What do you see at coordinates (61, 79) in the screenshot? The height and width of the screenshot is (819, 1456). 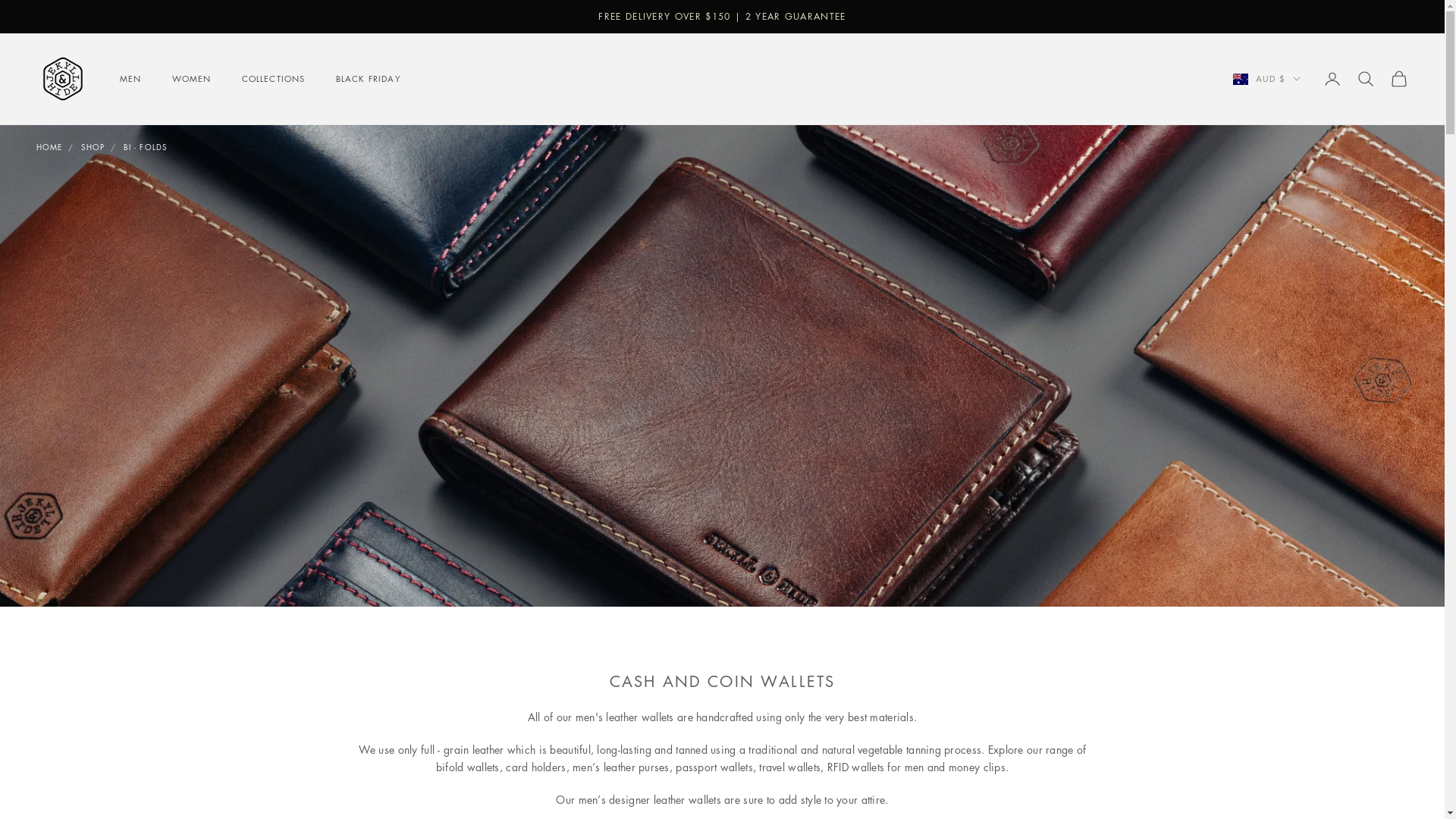 I see `'Jekyll and Hide Australia'` at bounding box center [61, 79].